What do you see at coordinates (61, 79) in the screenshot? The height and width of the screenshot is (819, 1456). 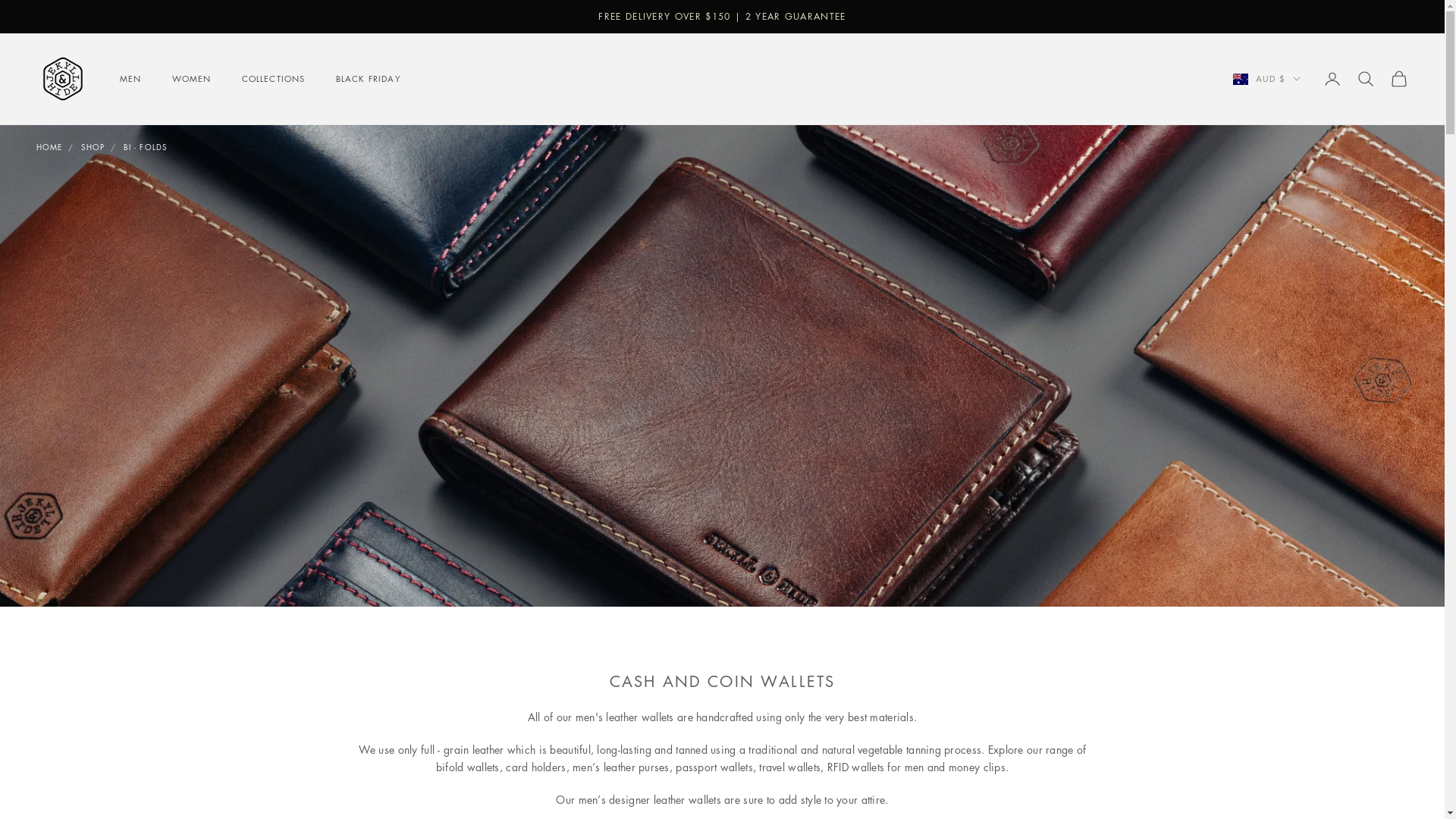 I see `'Jekyll and Hide Australia'` at bounding box center [61, 79].